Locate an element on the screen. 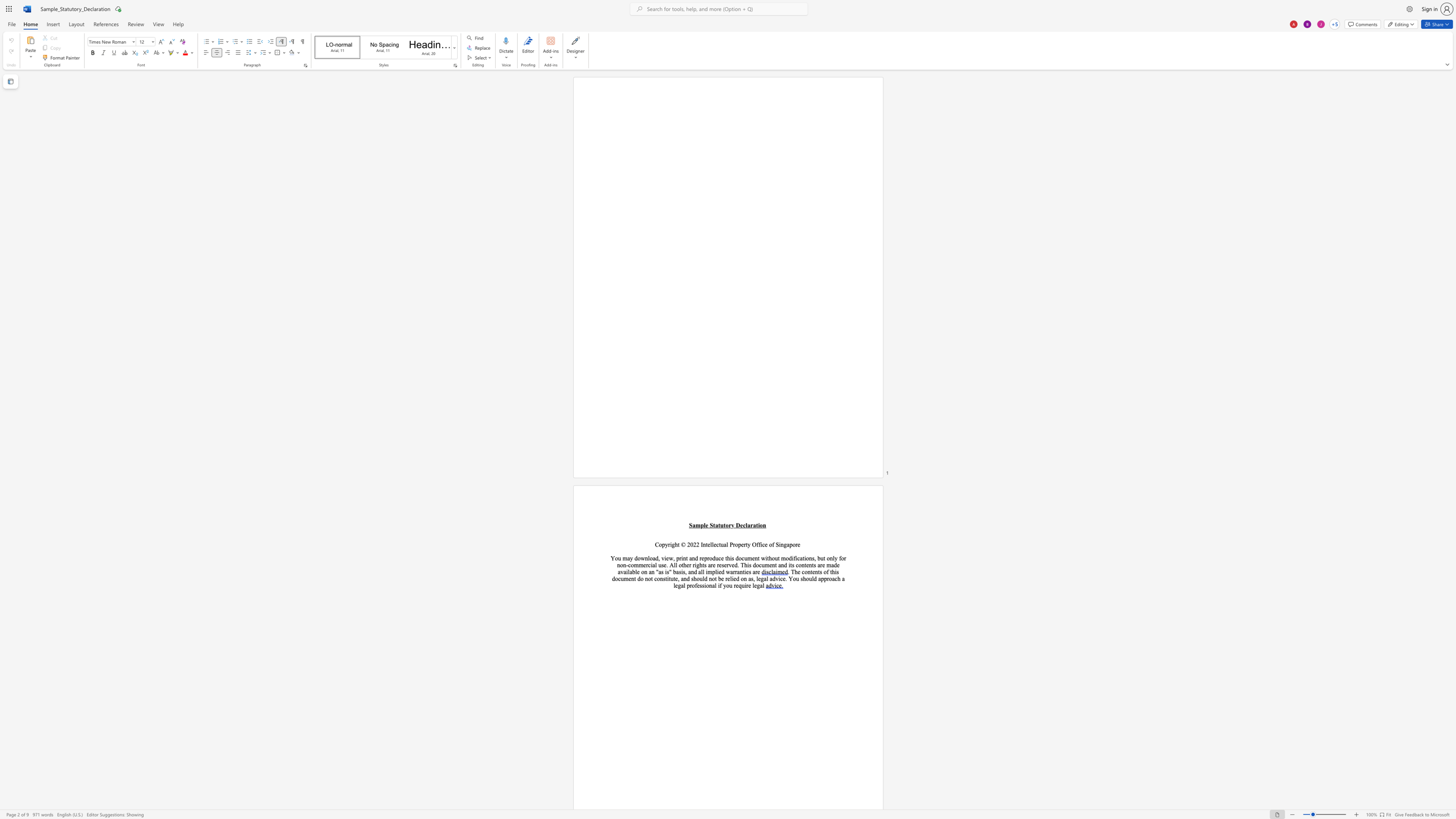 This screenshot has width=1456, height=819. the 2th character "t" in the text is located at coordinates (718, 525).